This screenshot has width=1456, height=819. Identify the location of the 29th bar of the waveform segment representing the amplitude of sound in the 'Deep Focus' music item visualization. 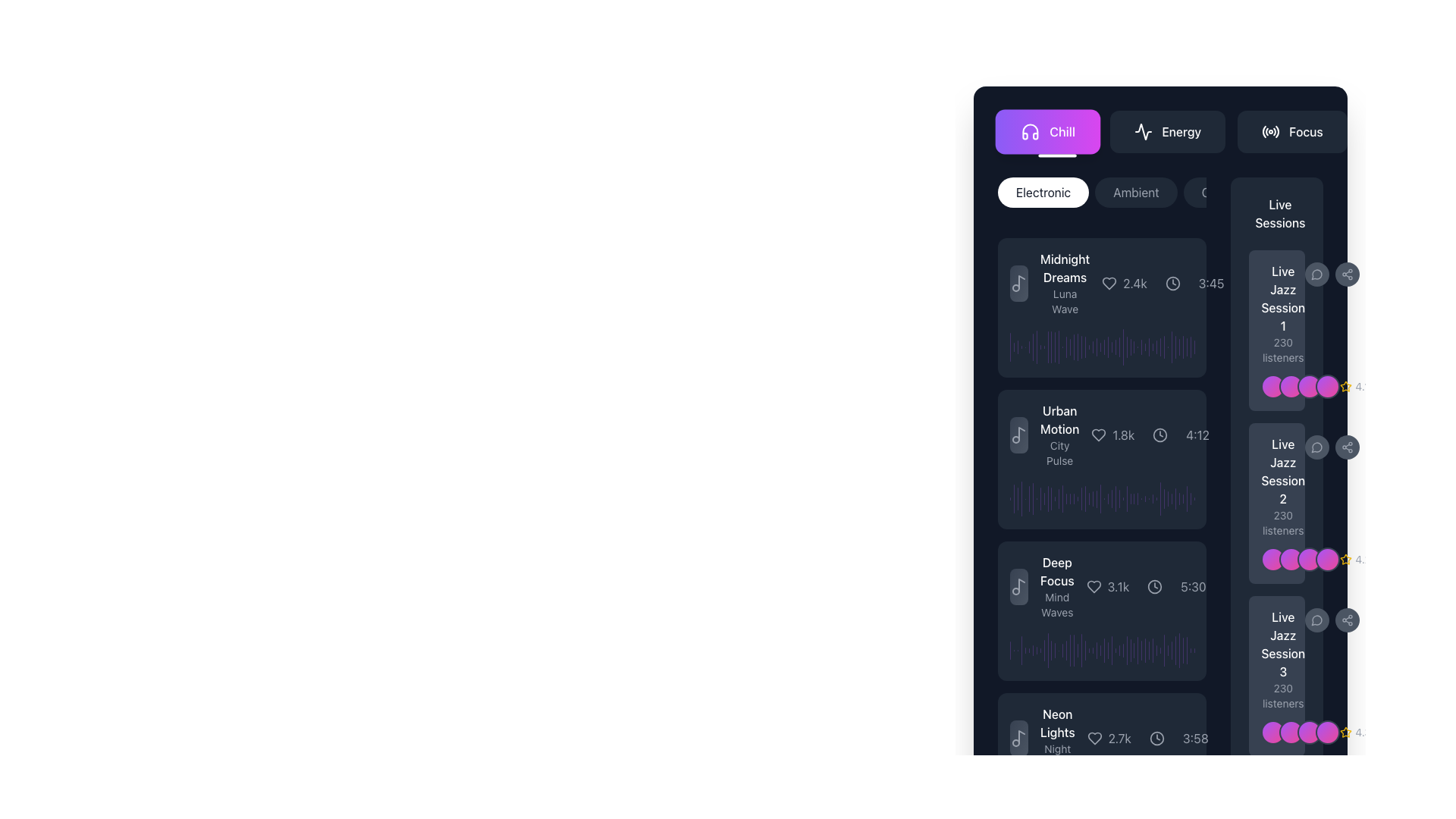
(1112, 649).